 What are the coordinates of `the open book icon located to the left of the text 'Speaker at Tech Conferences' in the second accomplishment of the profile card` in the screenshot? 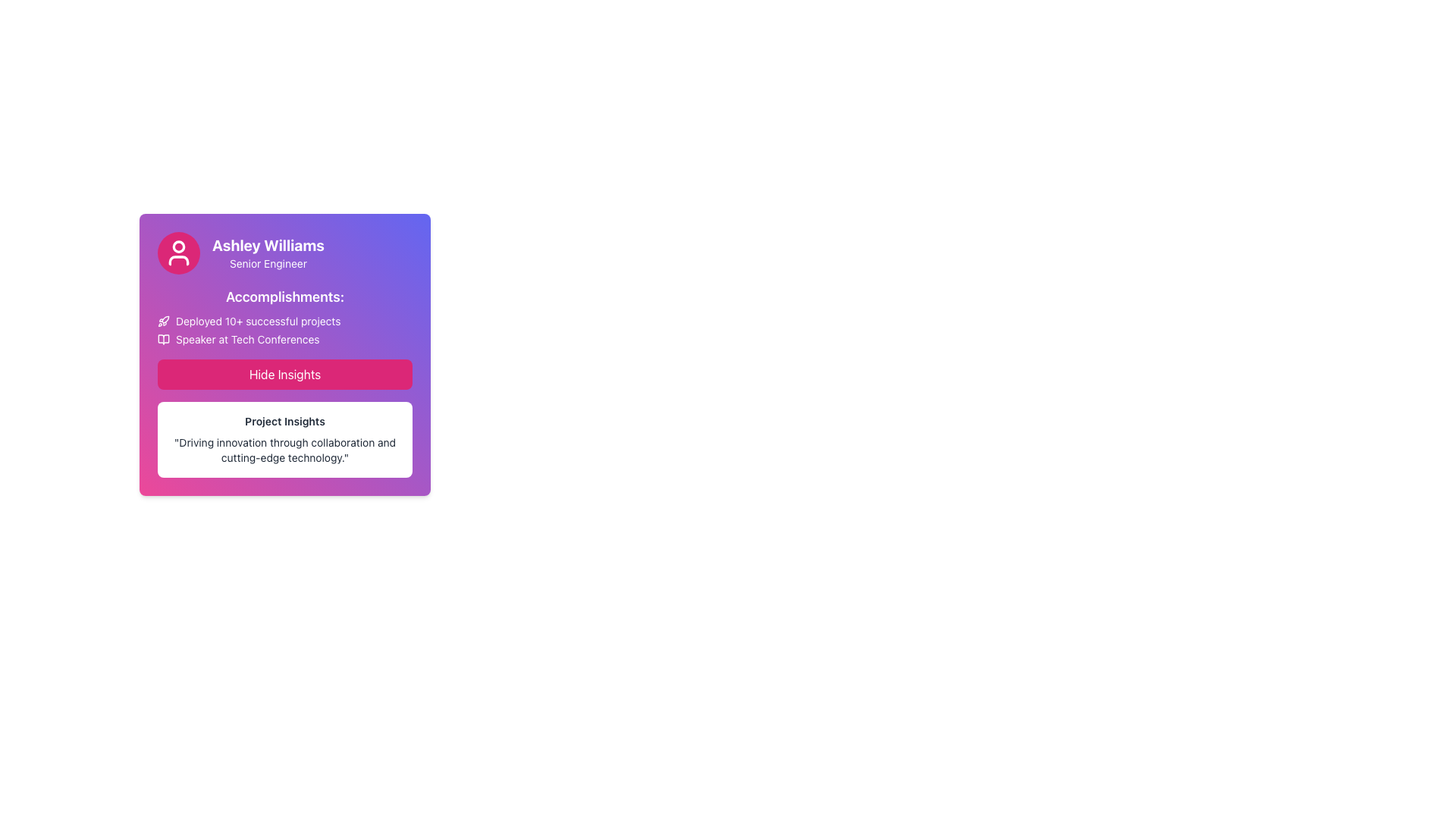 It's located at (164, 338).